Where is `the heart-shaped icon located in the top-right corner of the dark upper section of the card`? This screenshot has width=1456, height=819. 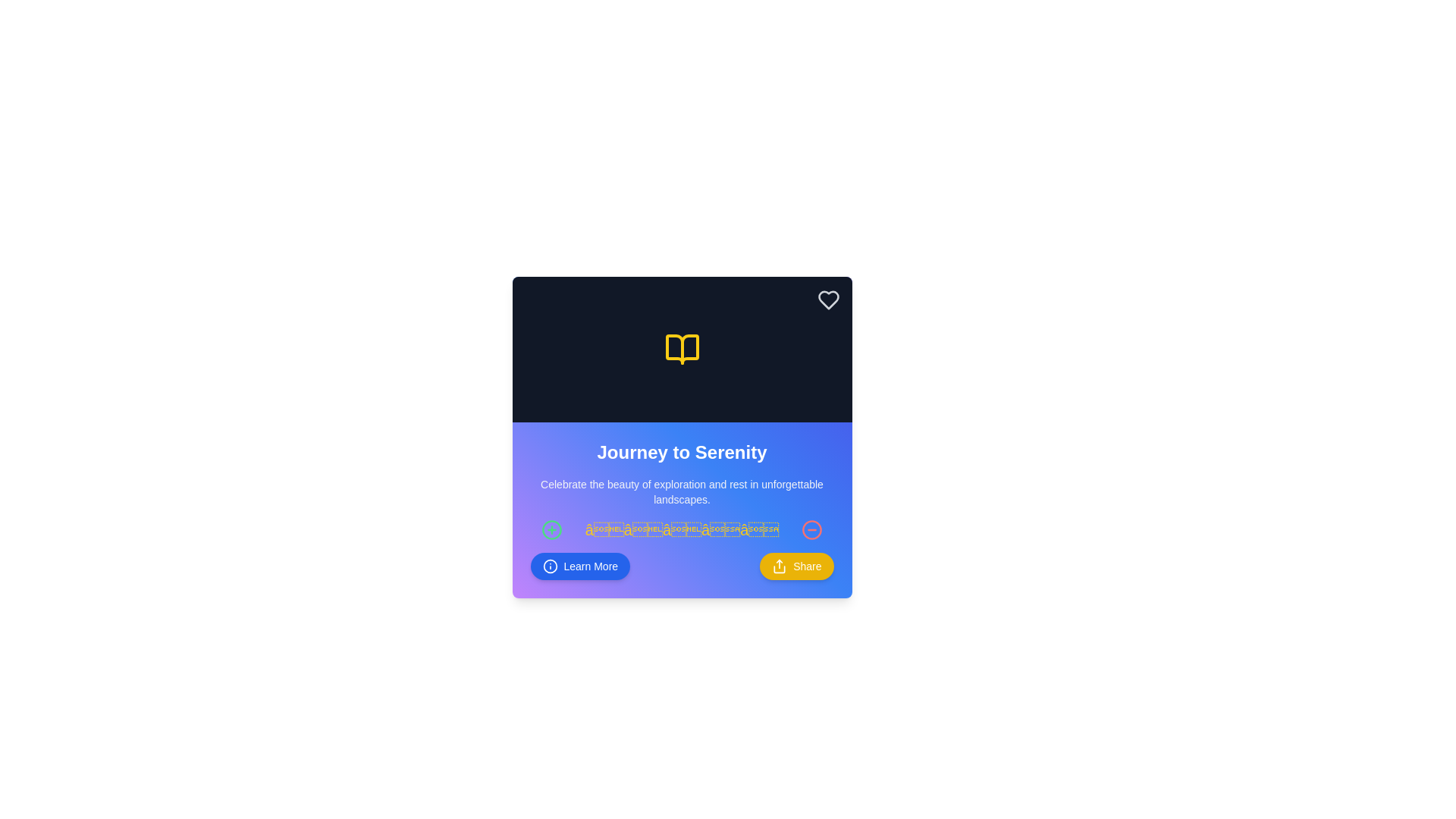 the heart-shaped icon located in the top-right corner of the dark upper section of the card is located at coordinates (827, 300).